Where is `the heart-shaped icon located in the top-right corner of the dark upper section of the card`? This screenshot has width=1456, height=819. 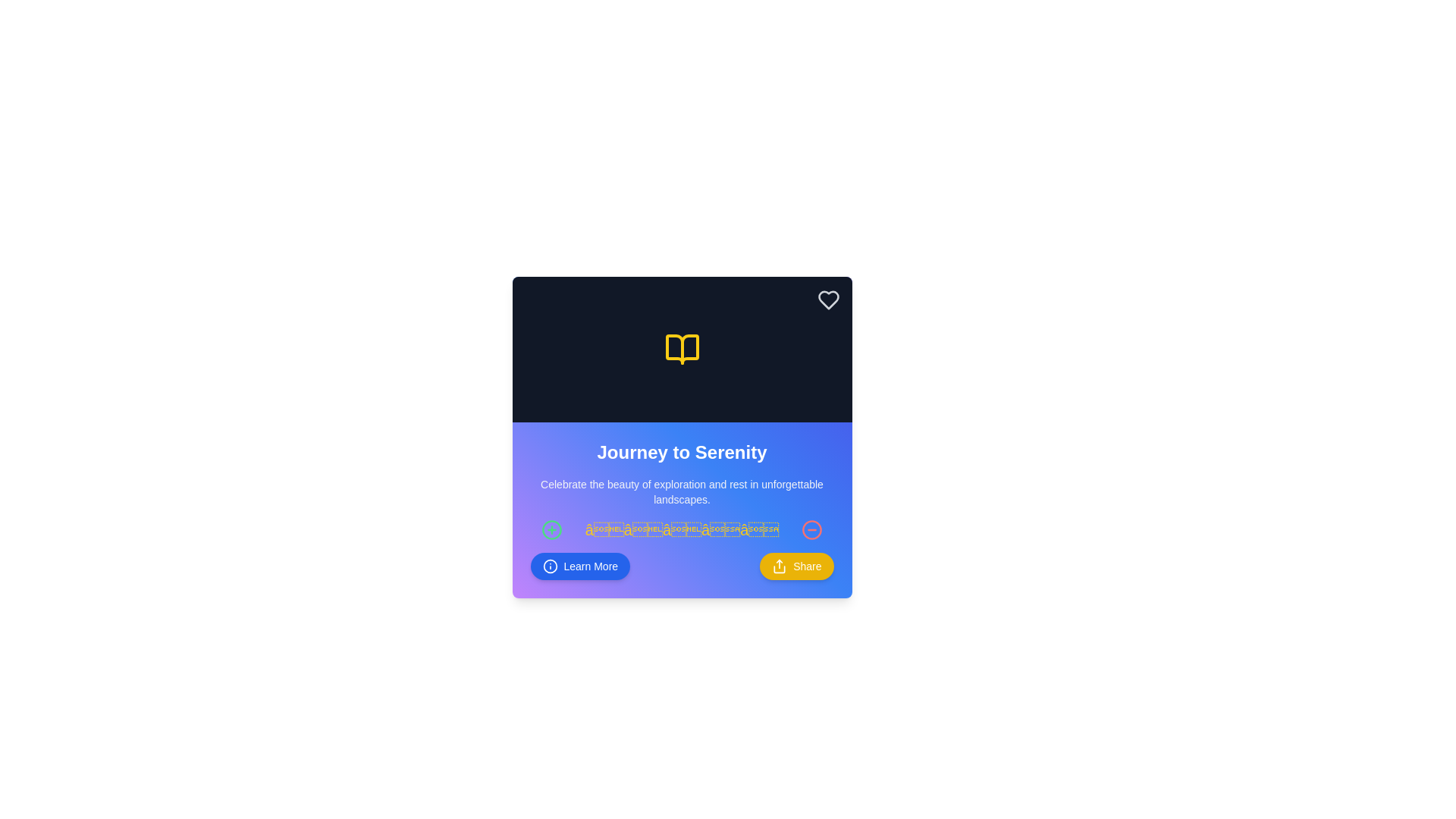 the heart-shaped icon located in the top-right corner of the dark upper section of the card is located at coordinates (827, 300).